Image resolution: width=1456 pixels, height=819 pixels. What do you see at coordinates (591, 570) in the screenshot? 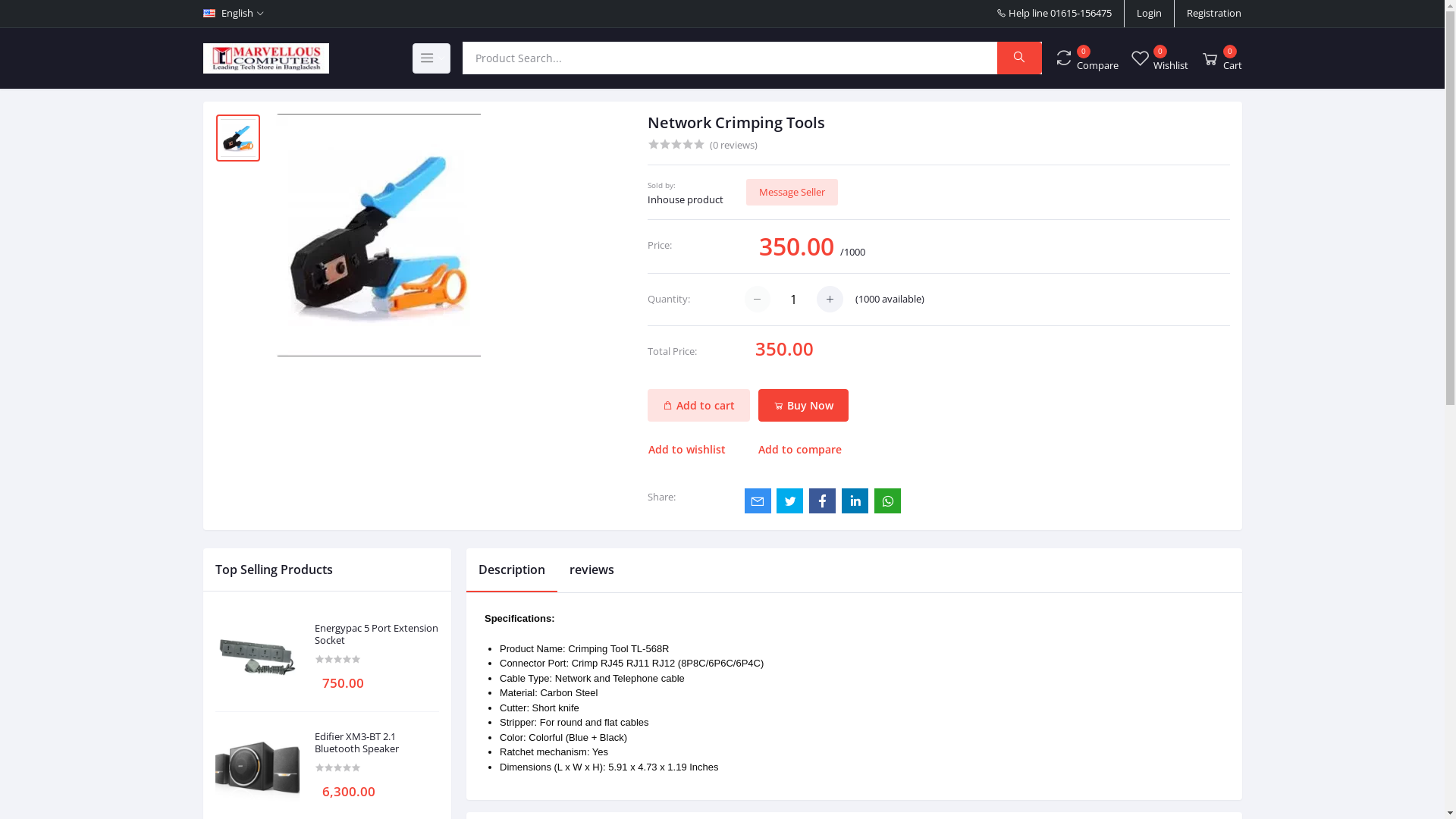
I see `'reviews'` at bounding box center [591, 570].